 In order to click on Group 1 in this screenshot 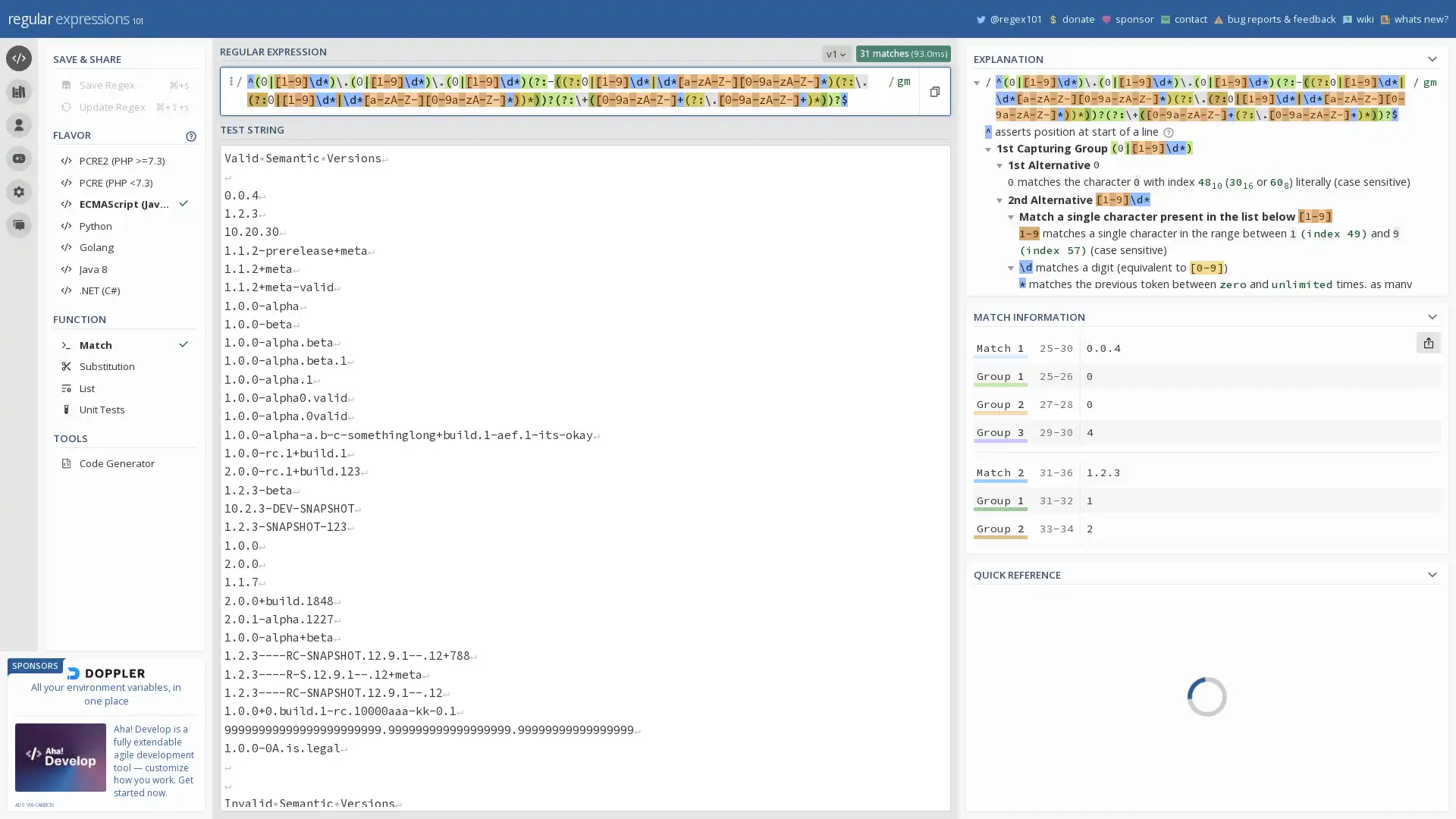, I will do `click(1000, 748)`.